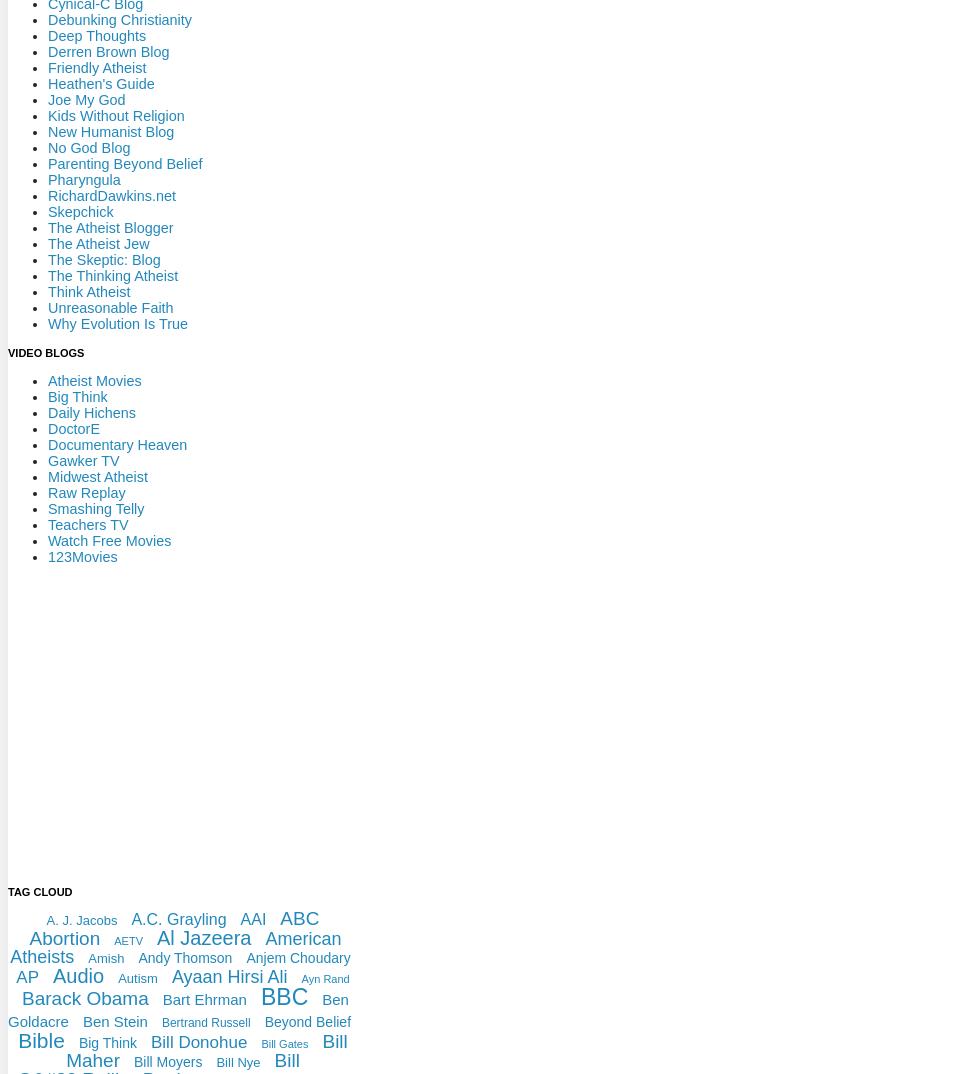 The width and height of the screenshot is (978, 1074). I want to click on 'Debunking Christianity', so click(119, 18).